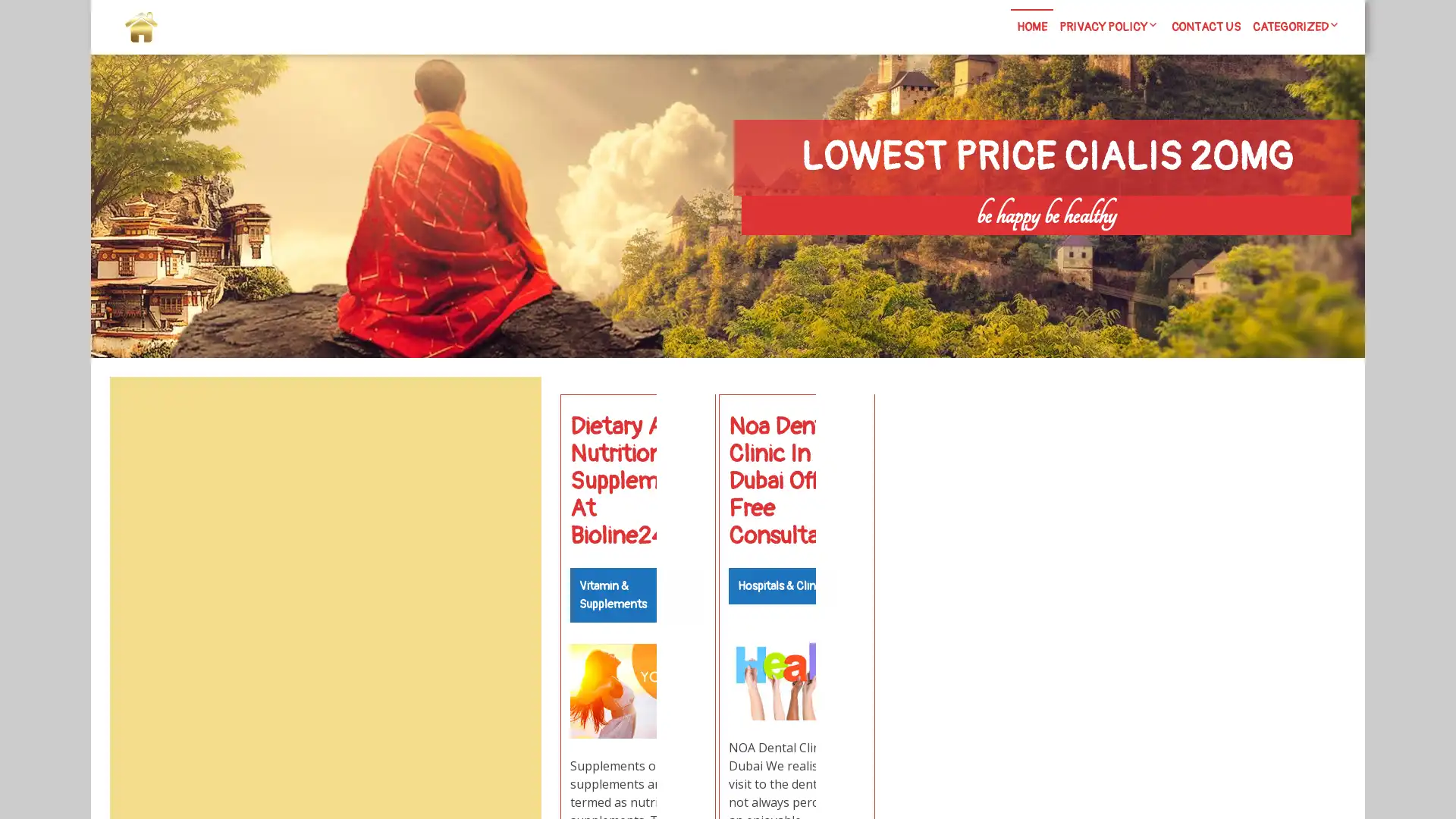  What do you see at coordinates (506, 413) in the screenshot?
I see `Search` at bounding box center [506, 413].